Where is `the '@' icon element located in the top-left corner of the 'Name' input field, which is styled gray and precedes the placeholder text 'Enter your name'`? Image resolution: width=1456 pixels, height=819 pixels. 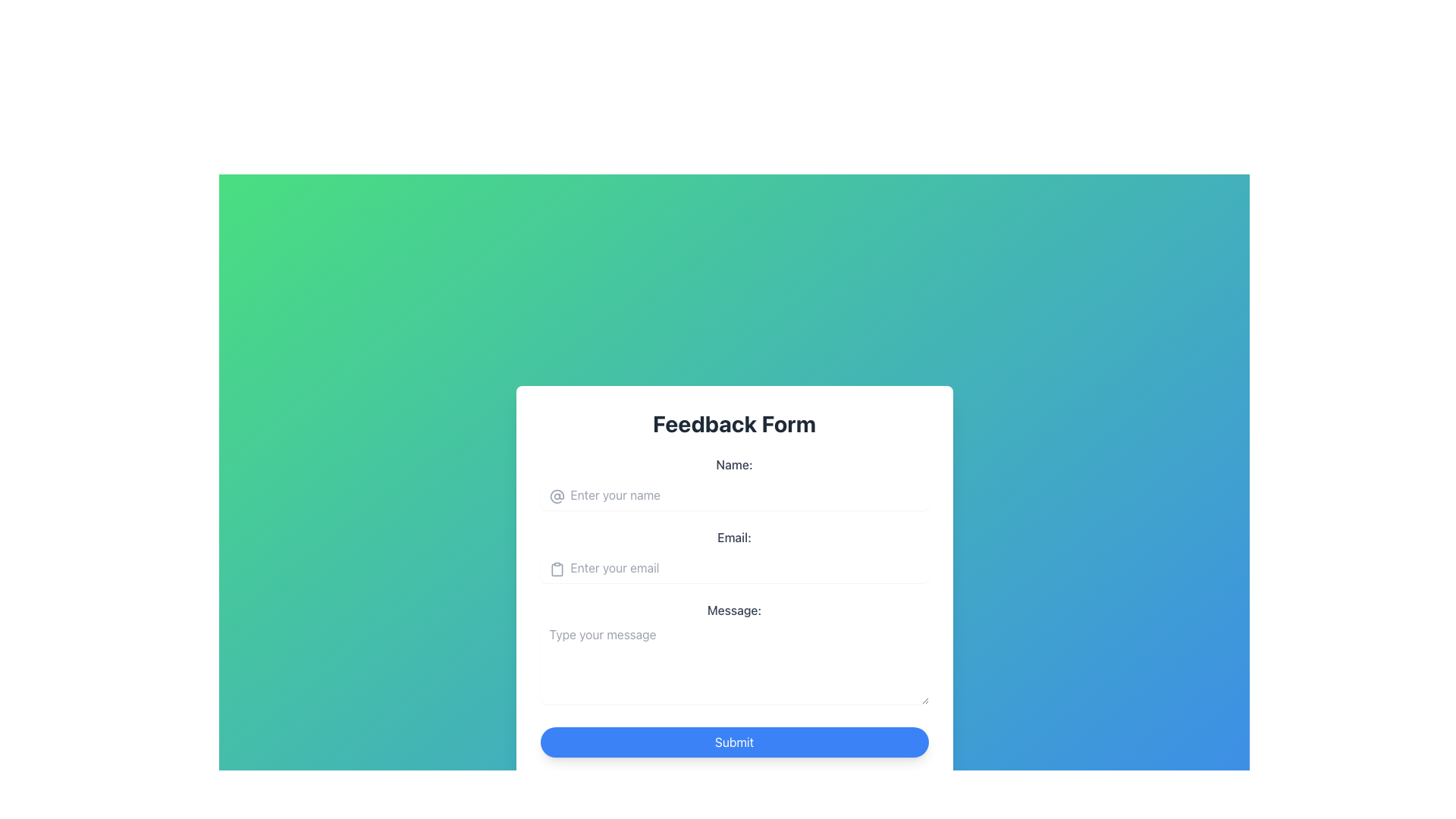 the '@' icon element located in the top-left corner of the 'Name' input field, which is styled gray and precedes the placeholder text 'Enter your name' is located at coordinates (556, 497).